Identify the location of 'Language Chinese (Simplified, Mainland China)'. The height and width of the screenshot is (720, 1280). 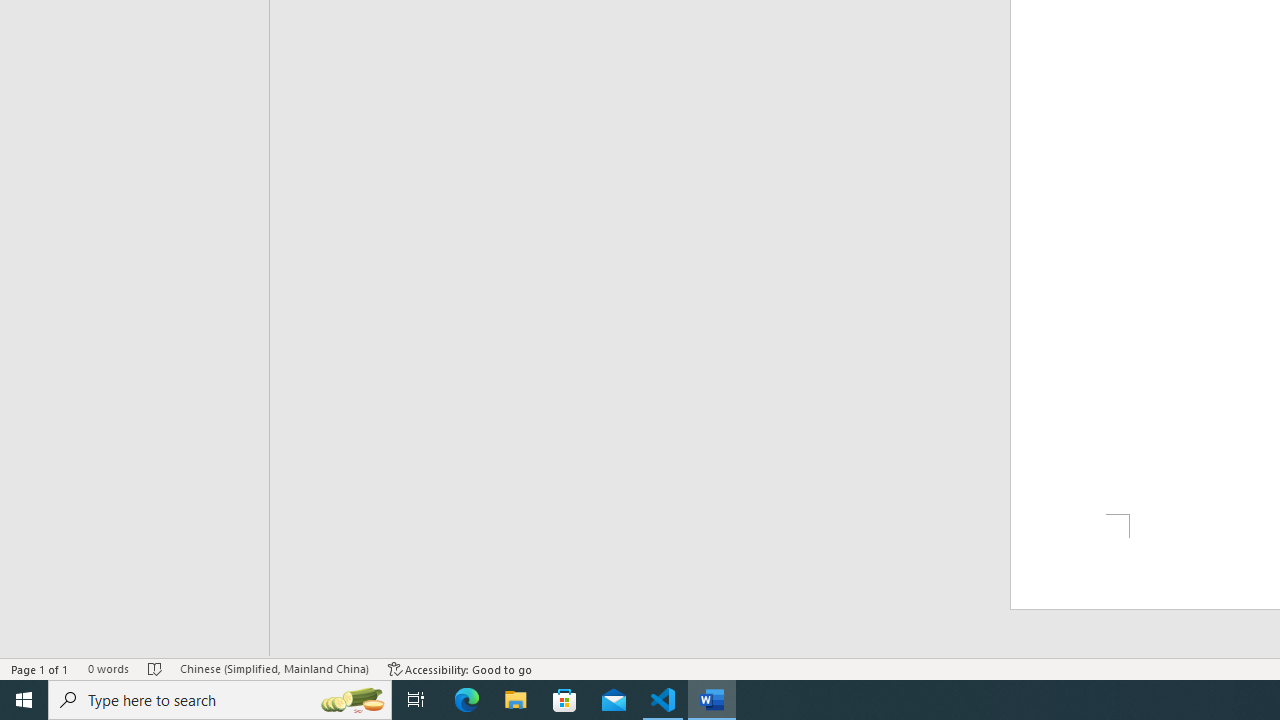
(273, 669).